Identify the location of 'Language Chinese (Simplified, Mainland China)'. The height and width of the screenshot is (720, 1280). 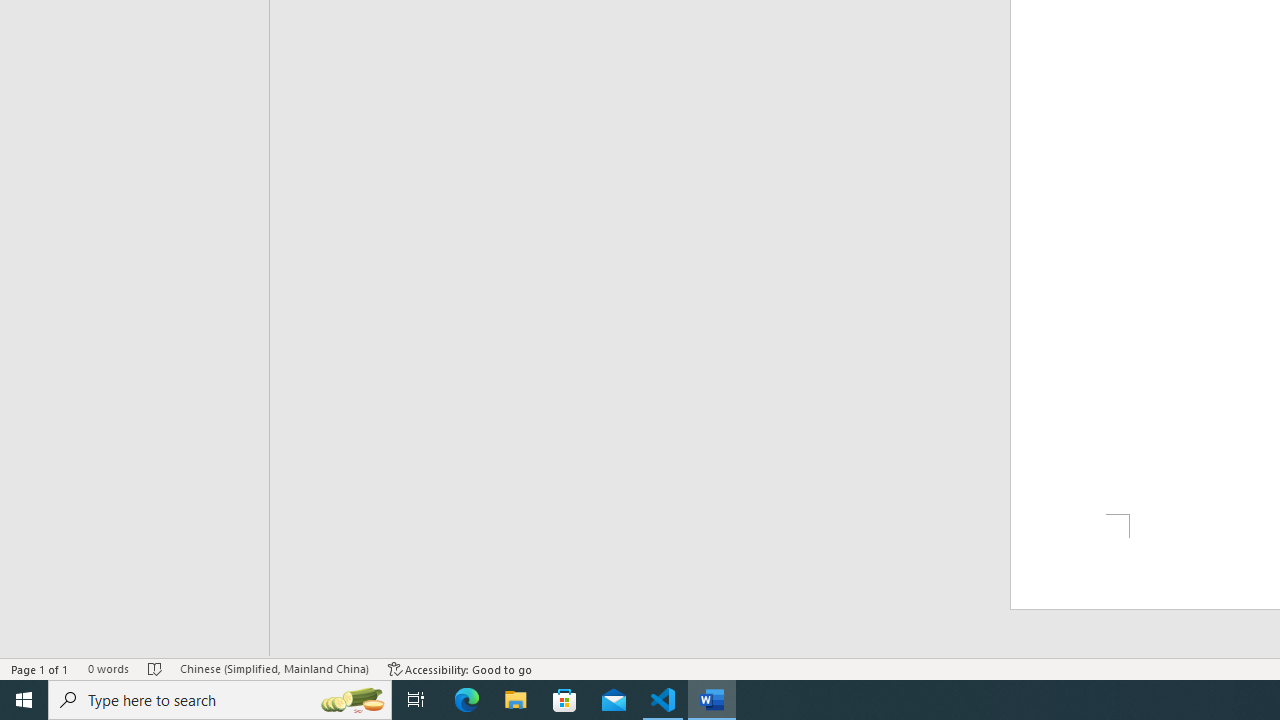
(273, 669).